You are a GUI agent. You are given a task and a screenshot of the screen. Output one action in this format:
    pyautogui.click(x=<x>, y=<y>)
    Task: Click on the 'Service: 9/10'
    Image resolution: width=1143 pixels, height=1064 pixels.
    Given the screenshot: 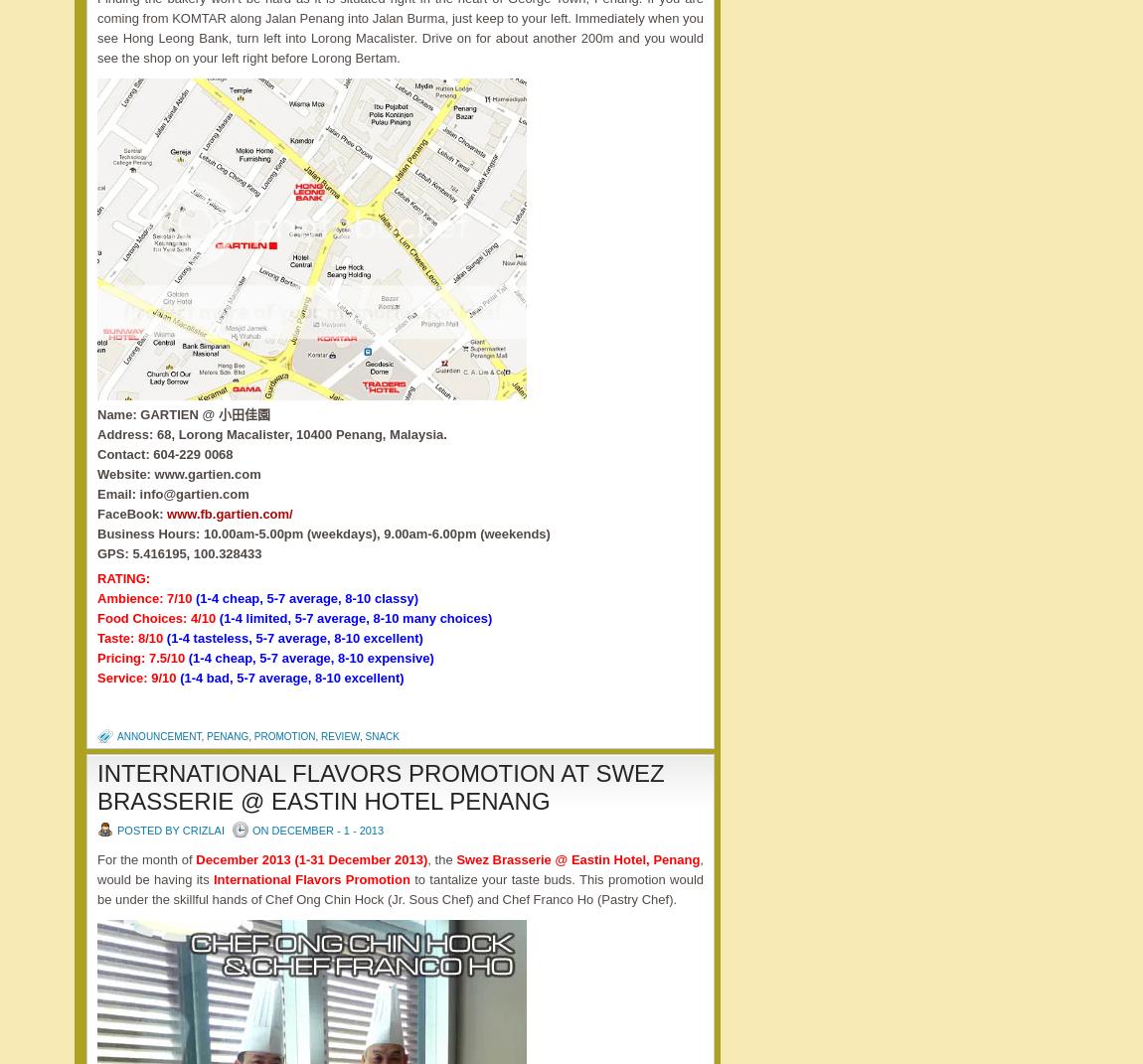 What is the action you would take?
    pyautogui.click(x=137, y=677)
    